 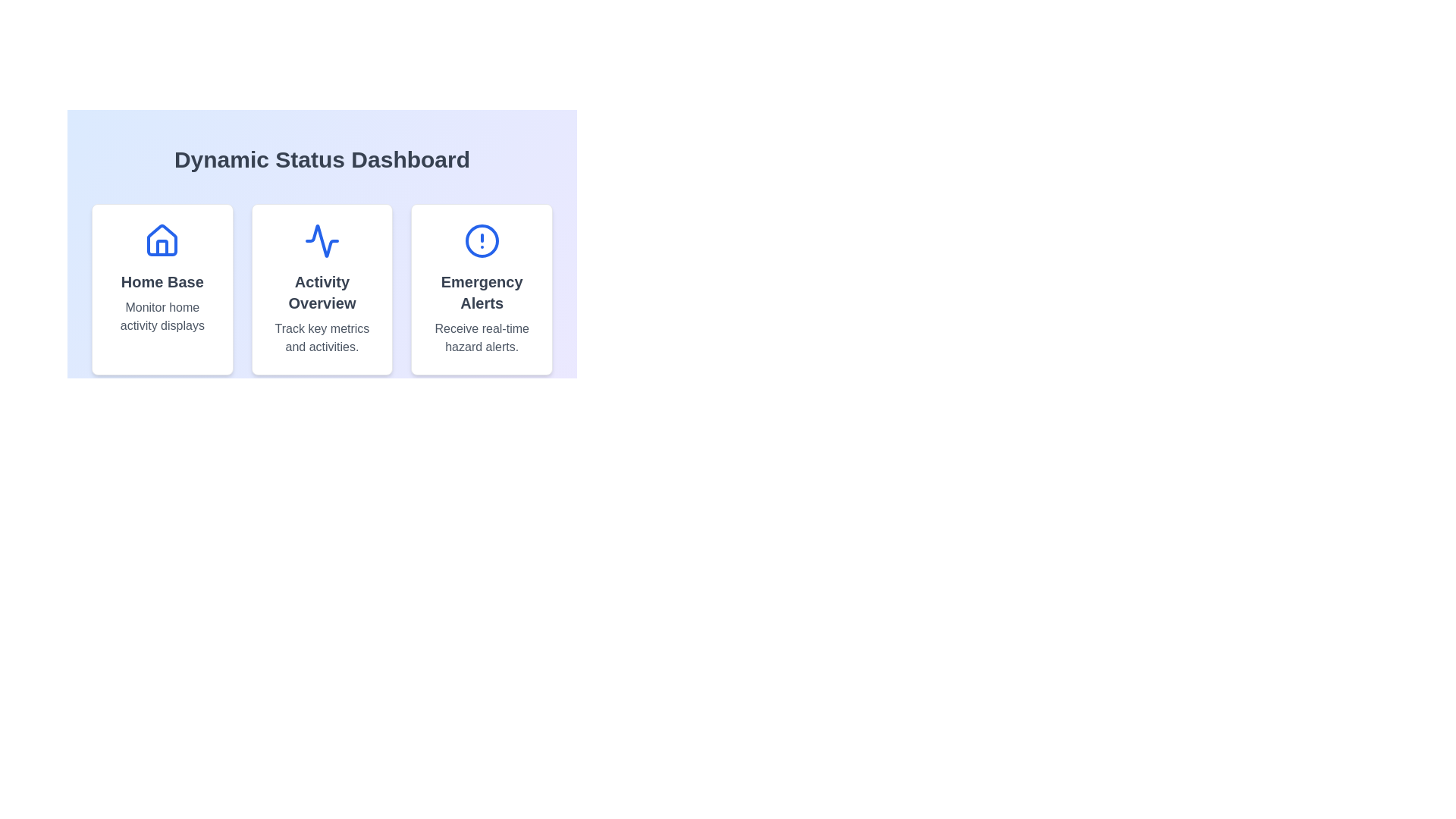 What do you see at coordinates (481, 240) in the screenshot?
I see `the blue circular alert icon with an exclamation mark, which is located at the upper center of the 'Emergency Alerts' card, above the text 'Emergency Alerts' and 'Receive real-time hazard alerts.'` at bounding box center [481, 240].